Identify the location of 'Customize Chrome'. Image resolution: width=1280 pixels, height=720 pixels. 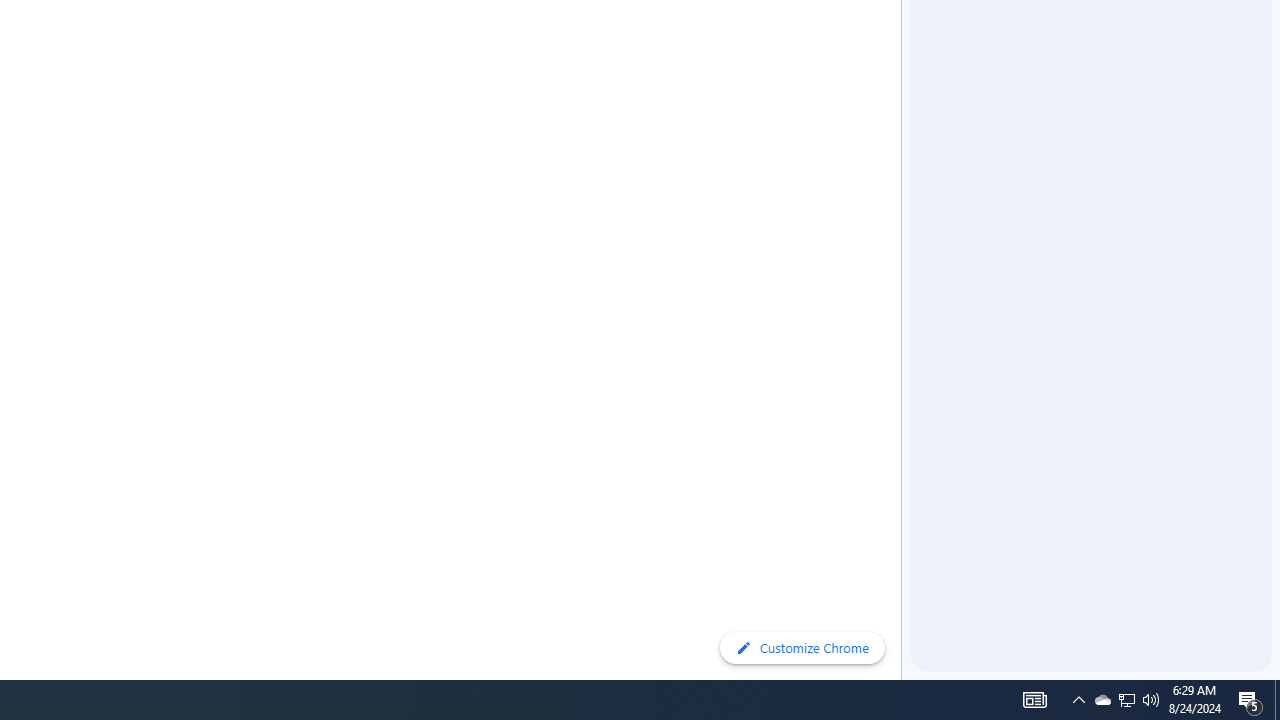
(801, 648).